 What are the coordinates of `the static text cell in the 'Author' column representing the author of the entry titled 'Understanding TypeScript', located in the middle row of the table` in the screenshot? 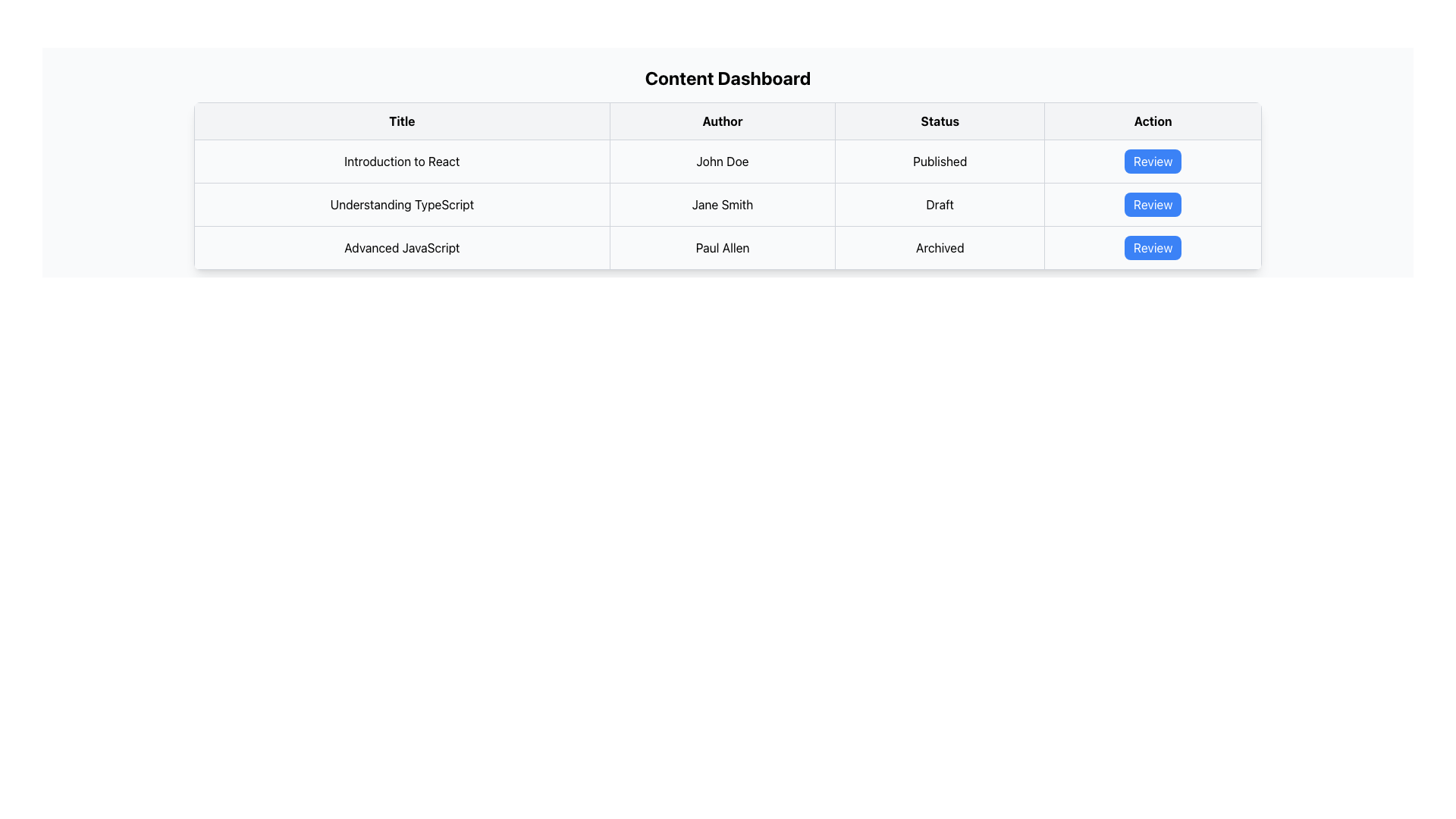 It's located at (721, 205).